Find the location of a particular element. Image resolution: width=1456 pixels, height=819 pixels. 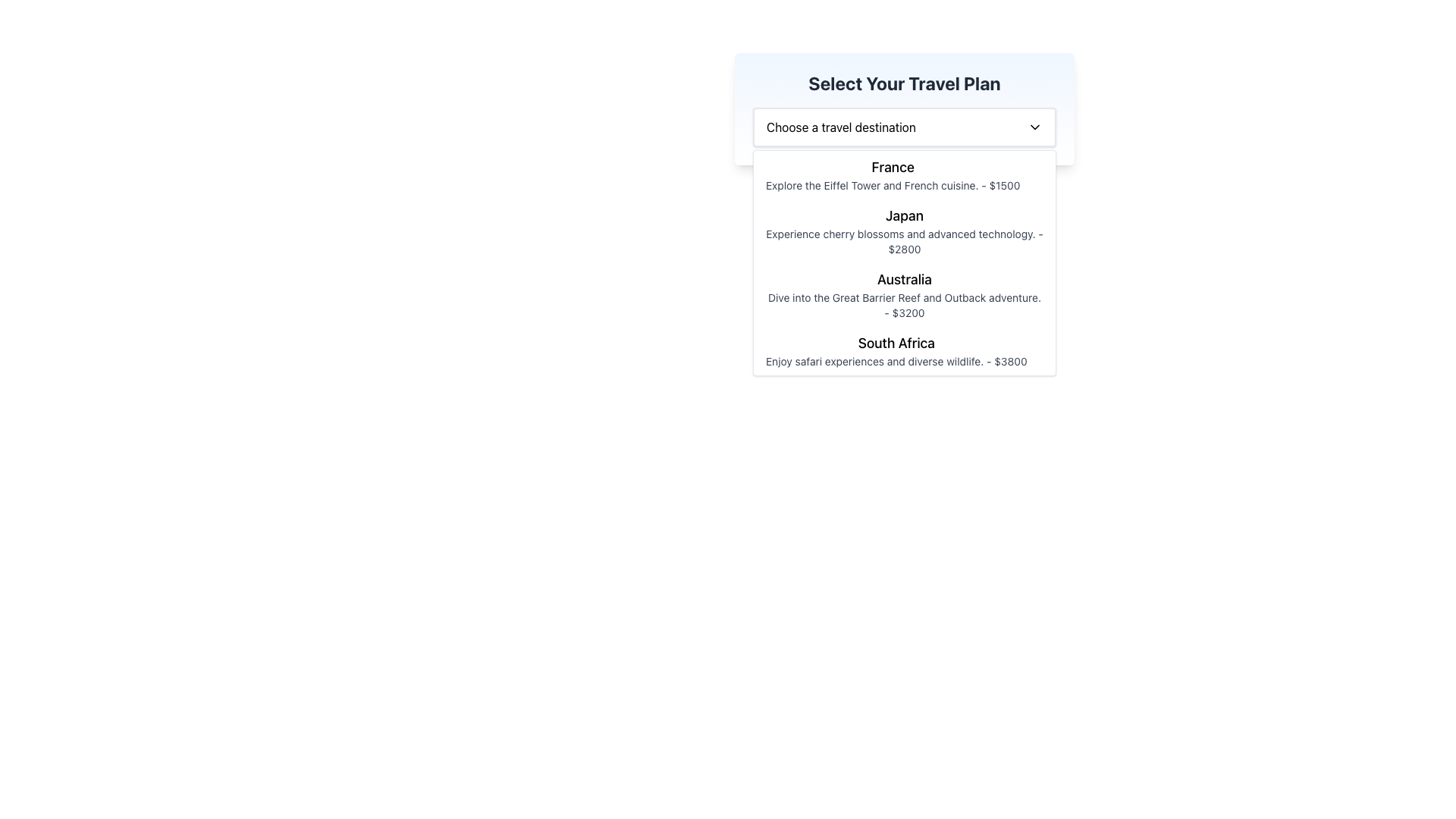

the descriptive text element for 'South Africa', which is located in the dropdown listing directly below the title 'South Africa' is located at coordinates (896, 362).